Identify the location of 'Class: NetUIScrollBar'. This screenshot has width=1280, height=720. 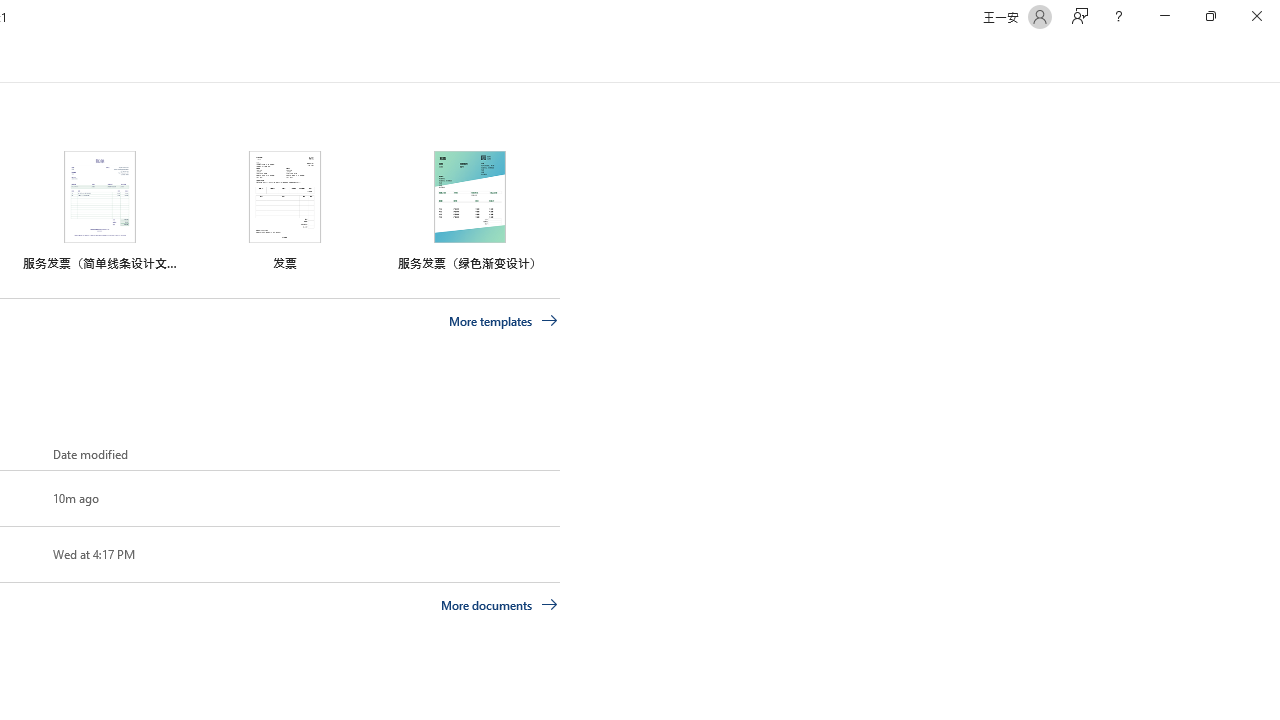
(1270, 58).